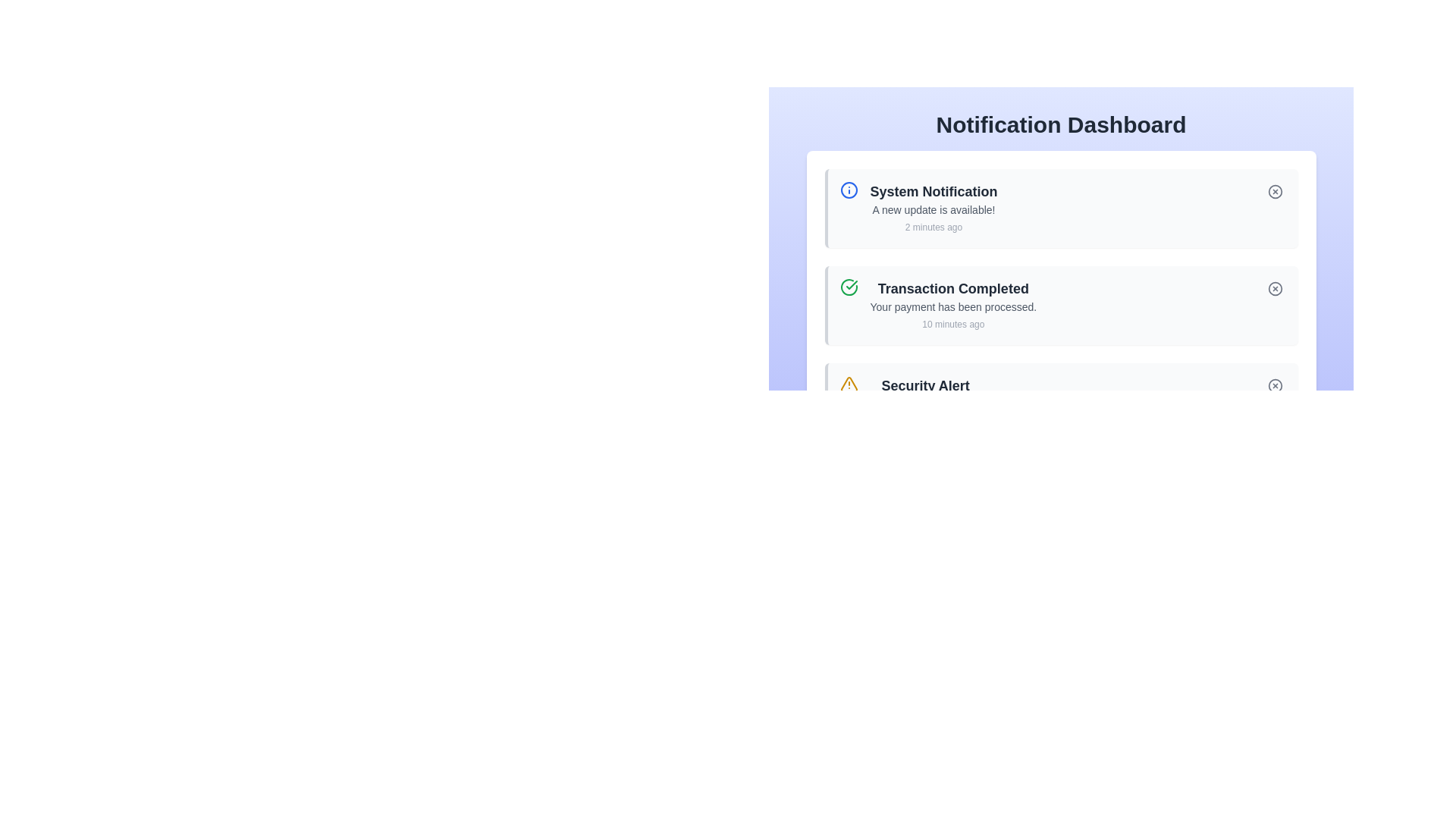  I want to click on the informative Text label about the availability of a new update, located between the title 'System Notification' and the timestamp '2 minutes ago' in the first notification card of the Notification Dashboard, so click(933, 210).